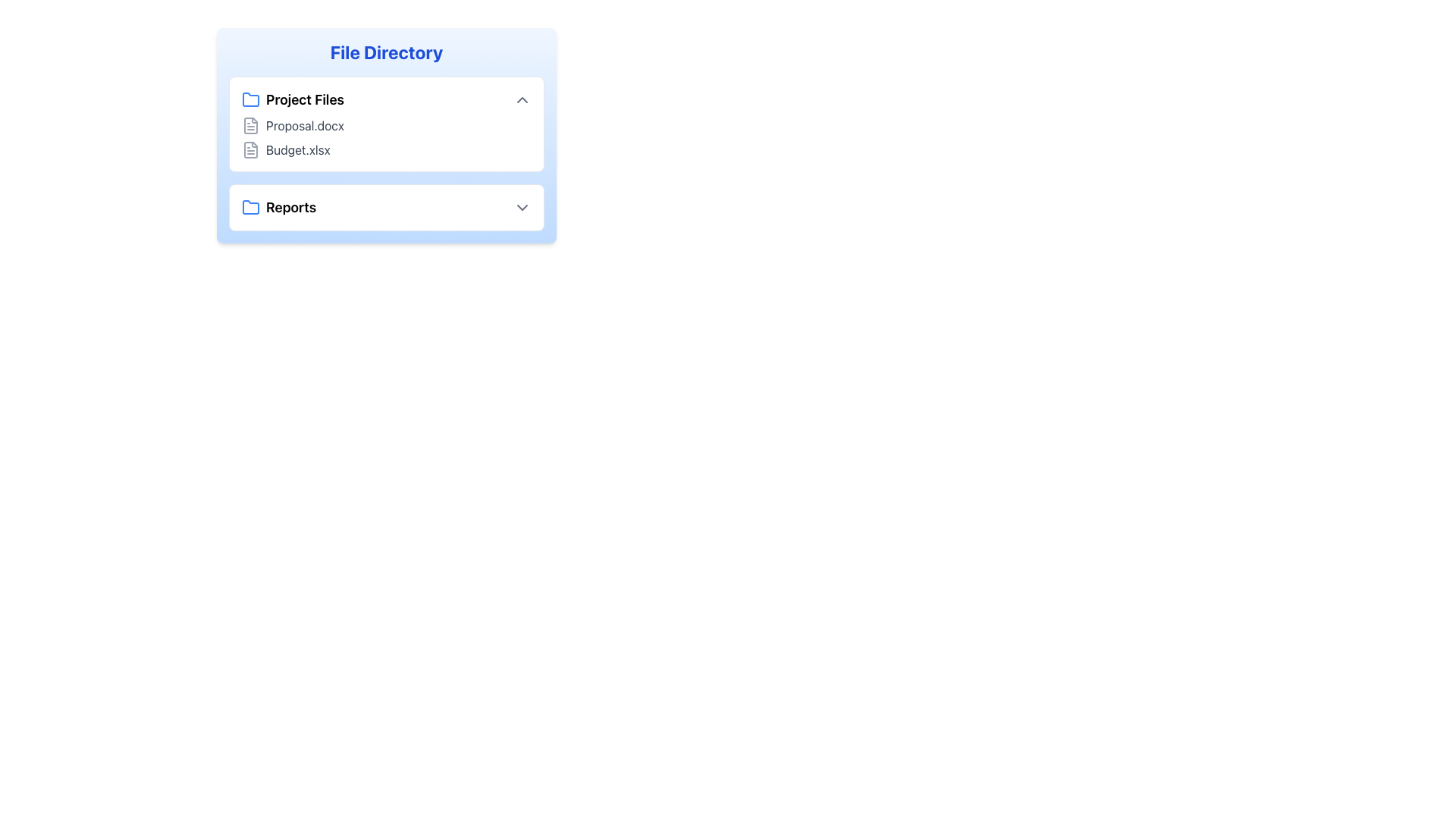 The image size is (1456, 819). Describe the element at coordinates (386, 99) in the screenshot. I see `the Collapsible Header for 'Project Files'` at that location.